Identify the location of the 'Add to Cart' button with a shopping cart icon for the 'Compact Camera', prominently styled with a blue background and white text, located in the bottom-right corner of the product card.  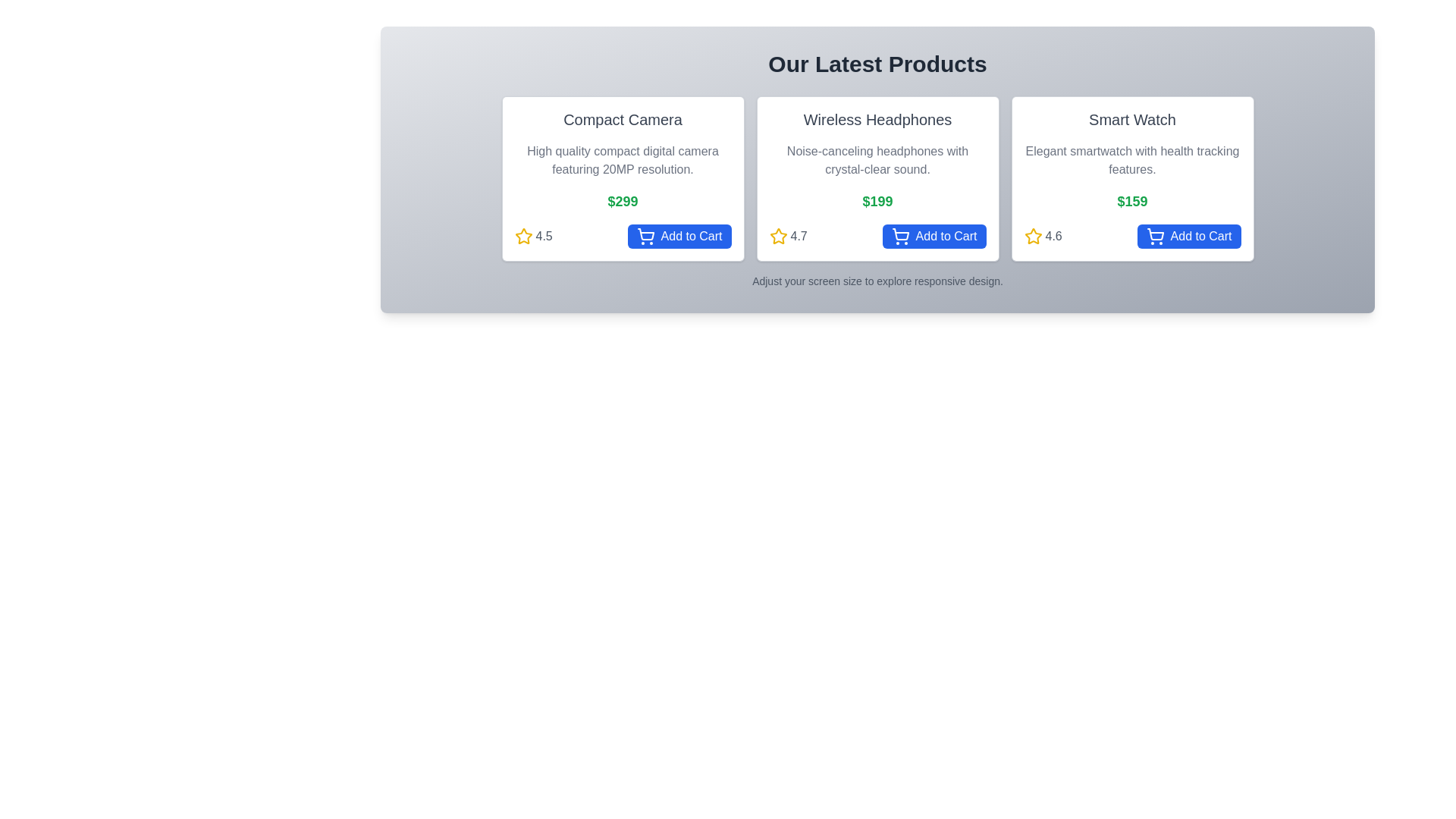
(679, 237).